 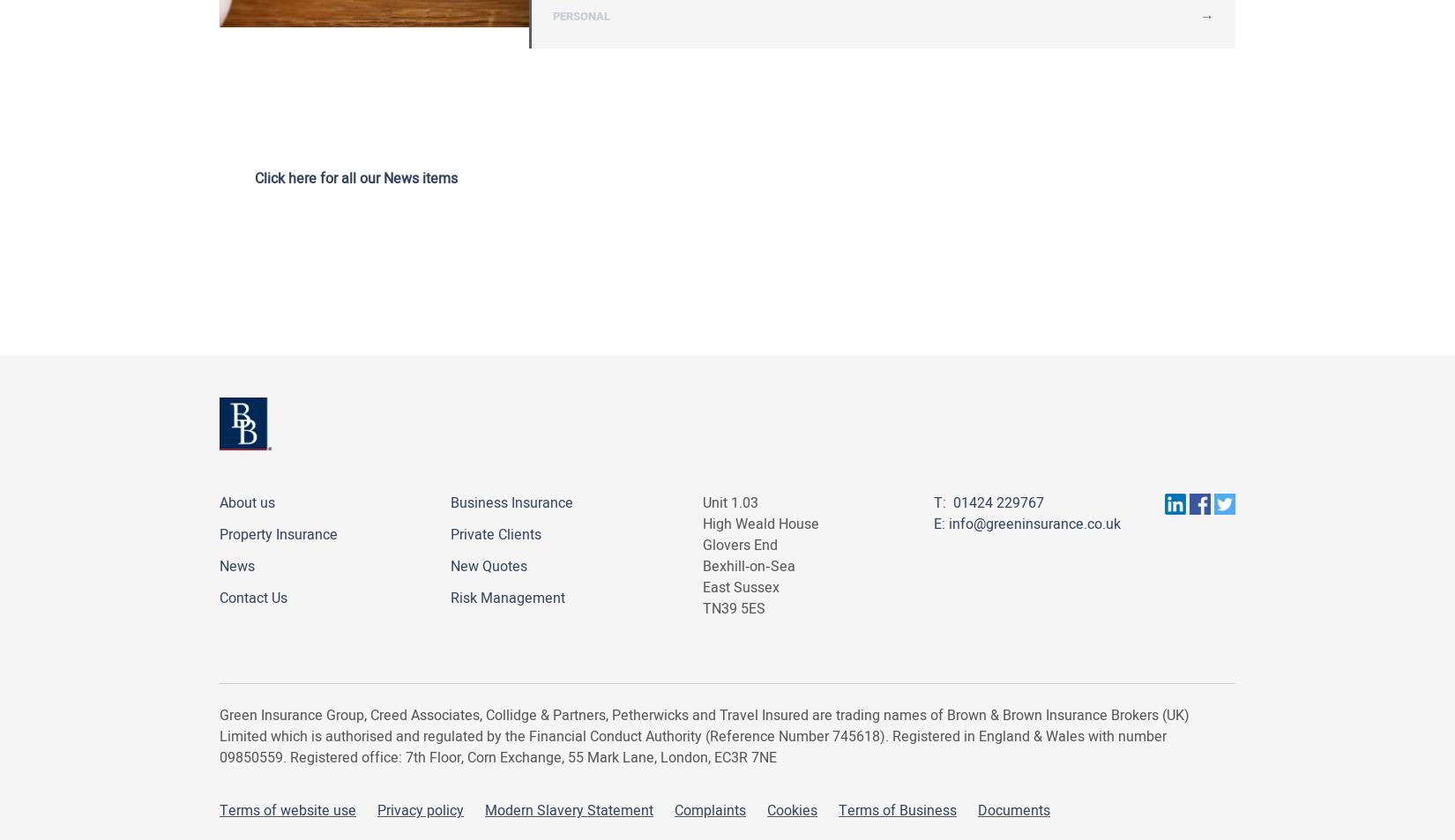 What do you see at coordinates (898, 811) in the screenshot?
I see `'Terms of Business'` at bounding box center [898, 811].